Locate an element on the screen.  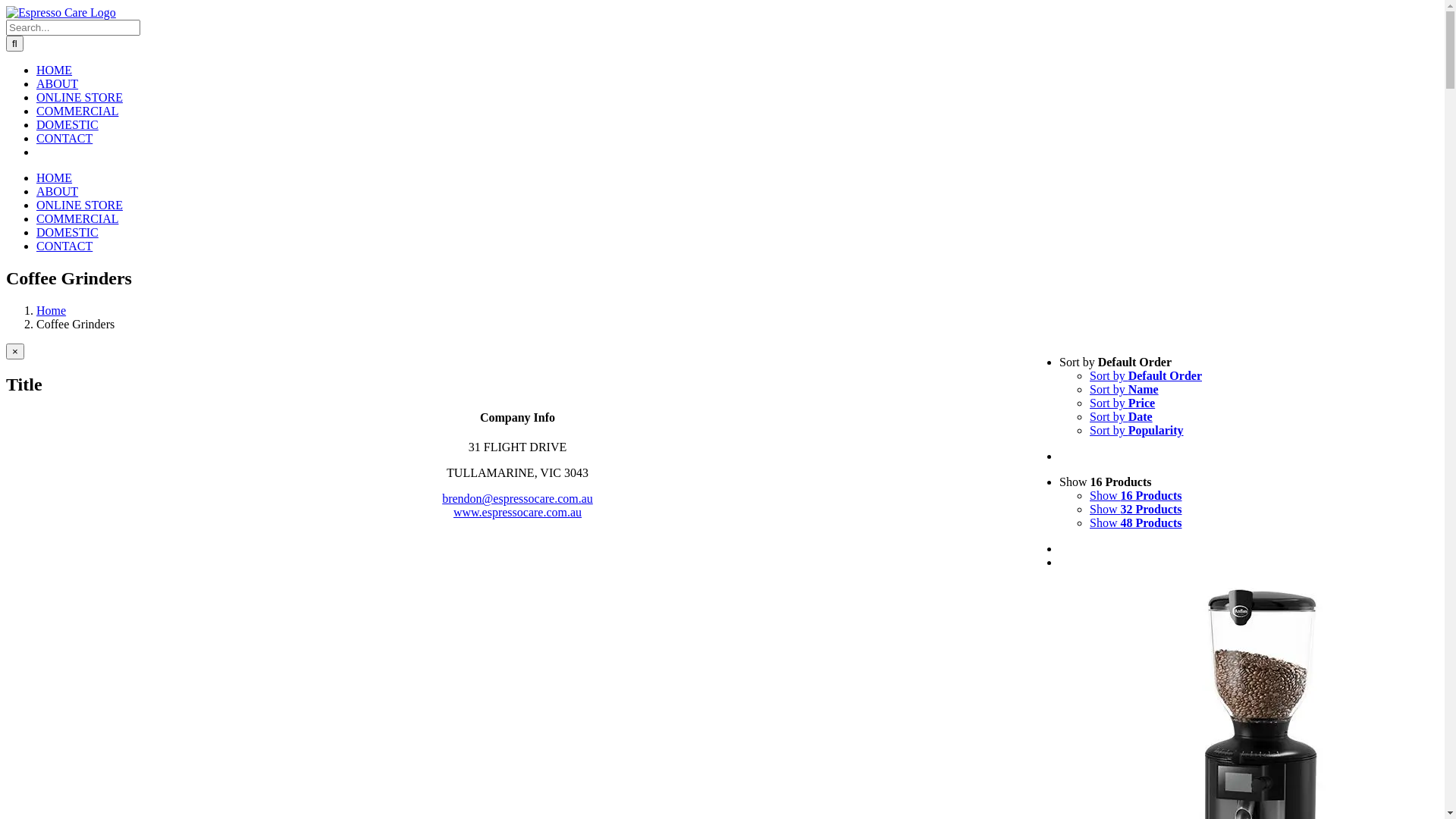
'COMMERCIAL' is located at coordinates (76, 218).